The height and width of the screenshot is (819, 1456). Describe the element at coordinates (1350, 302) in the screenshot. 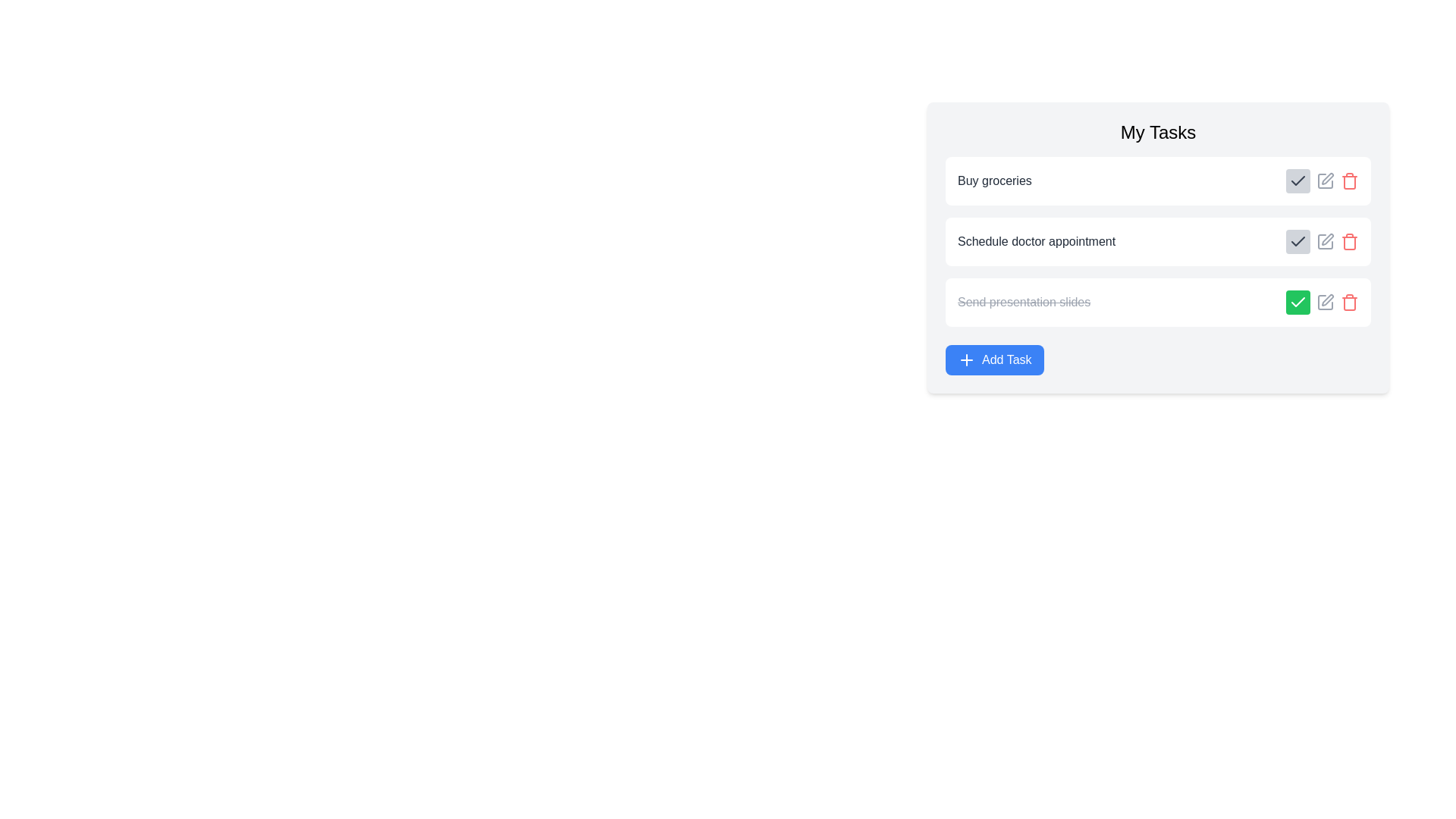

I see `delete button for the task identified by Send presentation slides` at that location.